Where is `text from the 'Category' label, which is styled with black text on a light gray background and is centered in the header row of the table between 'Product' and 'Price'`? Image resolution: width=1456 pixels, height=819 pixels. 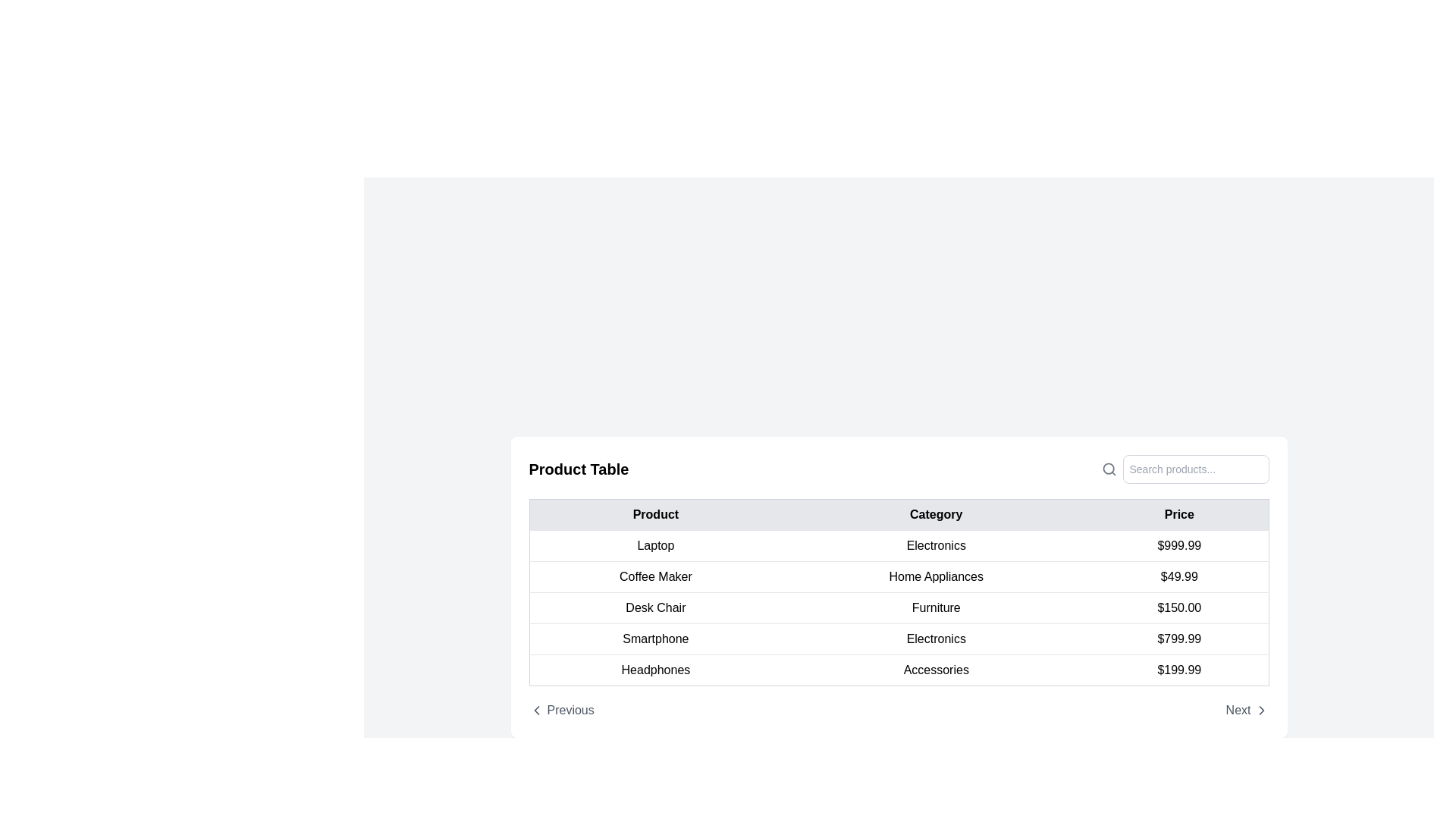 text from the 'Category' label, which is styled with black text on a light gray background and is centered in the header row of the table between 'Product' and 'Price' is located at coordinates (935, 513).